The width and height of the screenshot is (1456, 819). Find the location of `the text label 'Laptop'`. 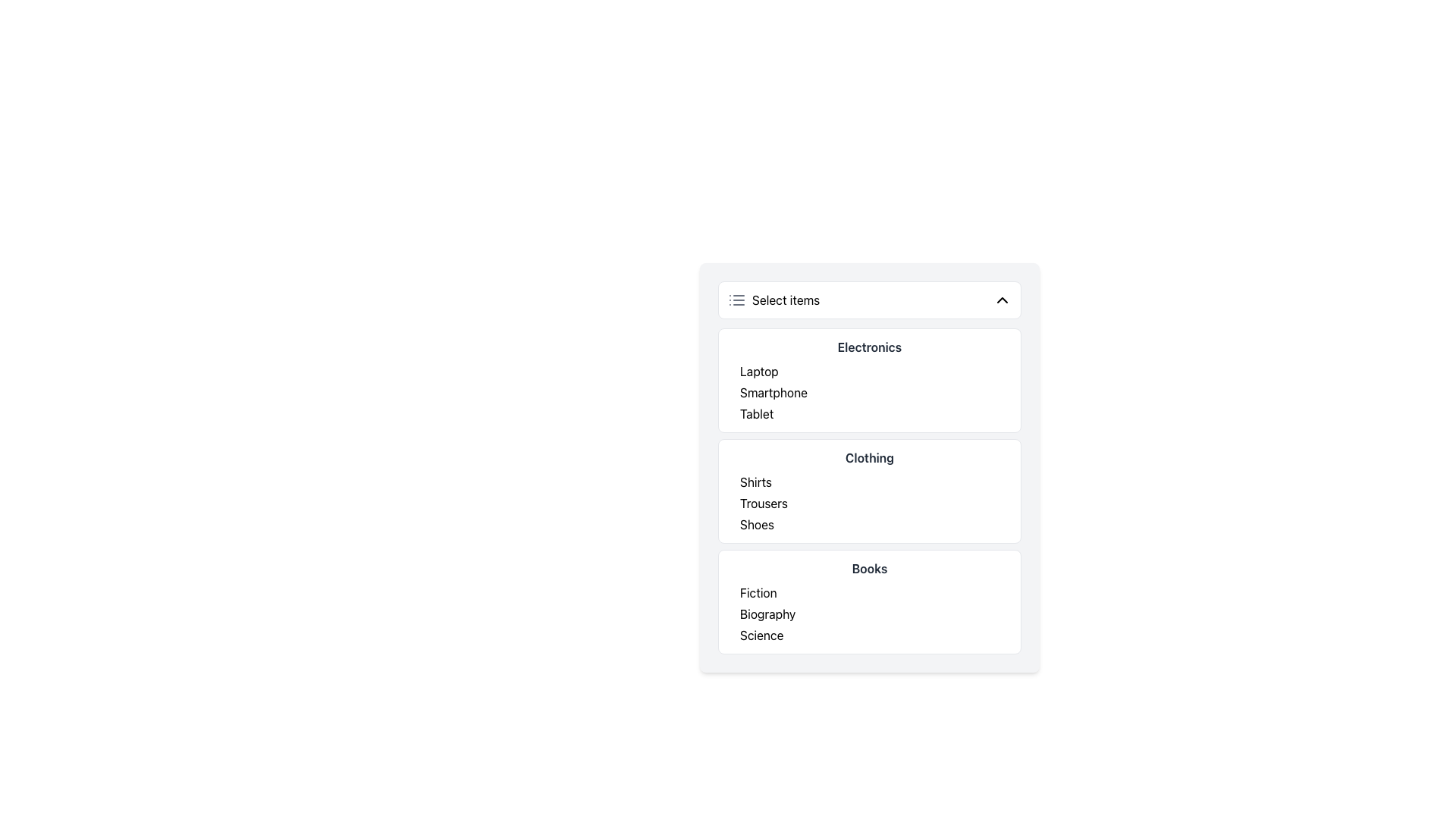

the text label 'Laptop' is located at coordinates (759, 371).